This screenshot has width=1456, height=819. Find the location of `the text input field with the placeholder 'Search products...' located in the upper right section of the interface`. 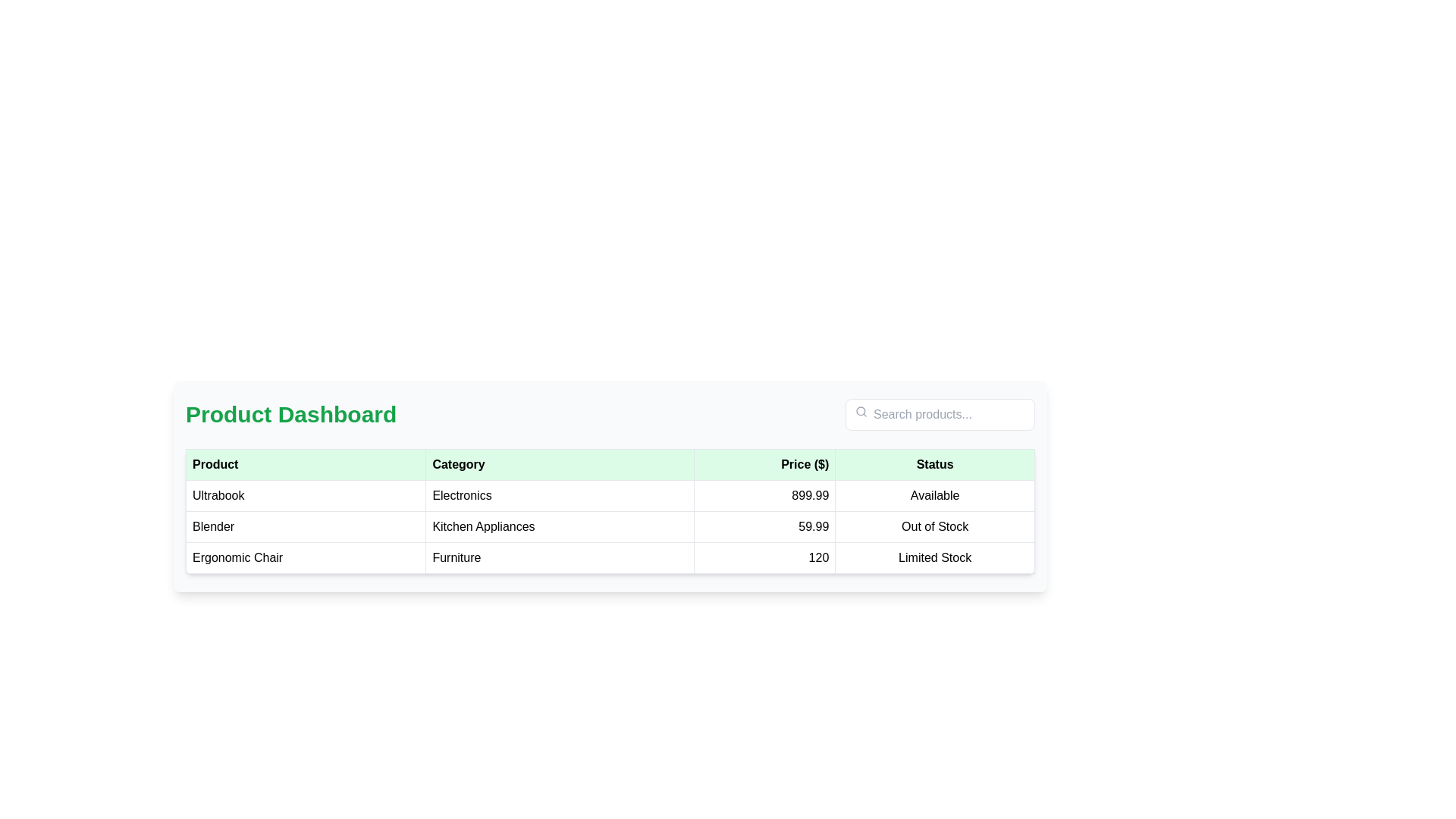

the text input field with the placeholder 'Search products...' located in the upper right section of the interface is located at coordinates (949, 415).